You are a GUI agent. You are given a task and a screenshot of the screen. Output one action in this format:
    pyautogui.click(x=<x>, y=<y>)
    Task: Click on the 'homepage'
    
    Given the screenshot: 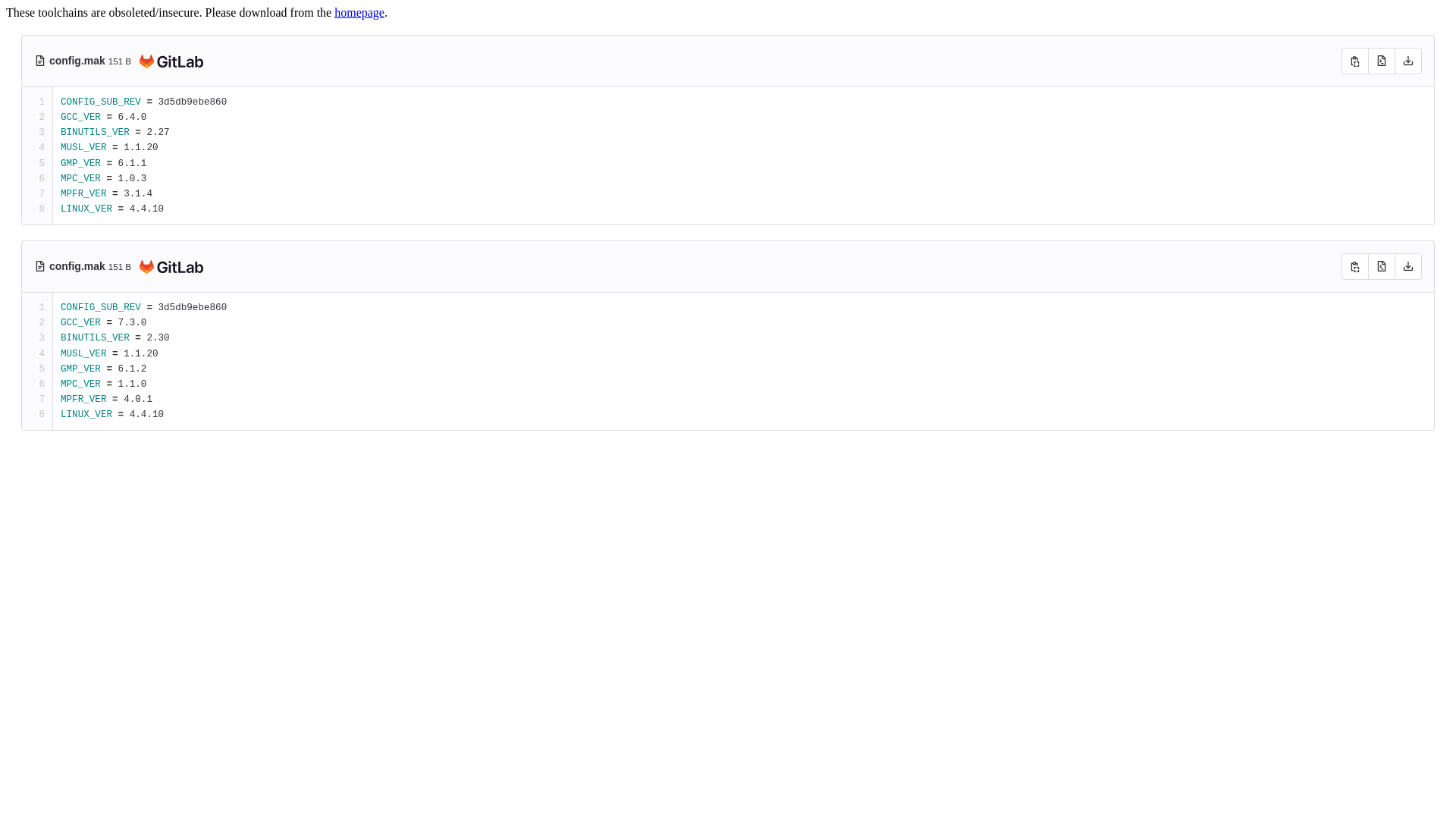 What is the action you would take?
    pyautogui.click(x=359, y=12)
    